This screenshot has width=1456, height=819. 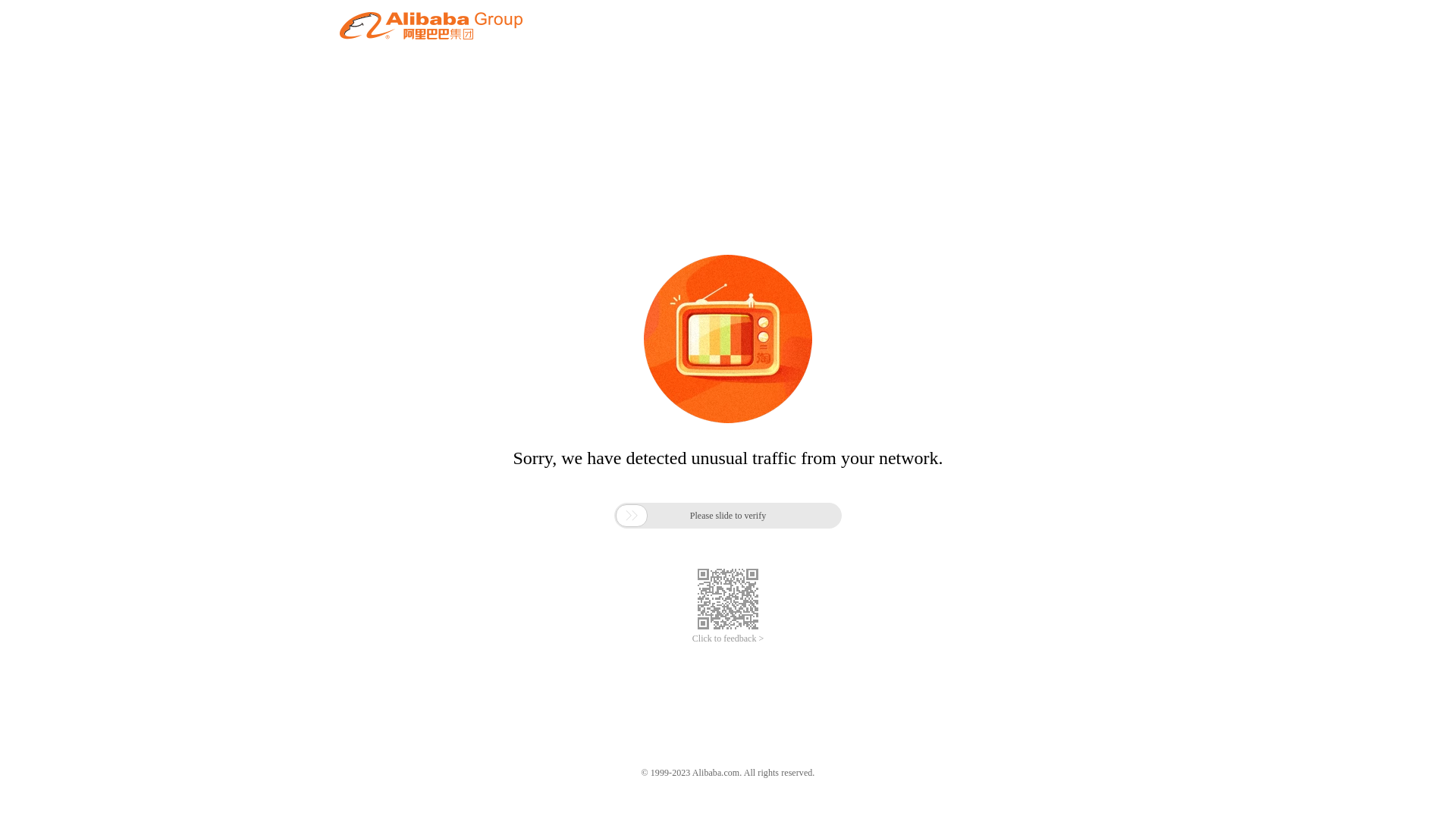 What do you see at coordinates (728, 639) in the screenshot?
I see `'Click to feedback >'` at bounding box center [728, 639].